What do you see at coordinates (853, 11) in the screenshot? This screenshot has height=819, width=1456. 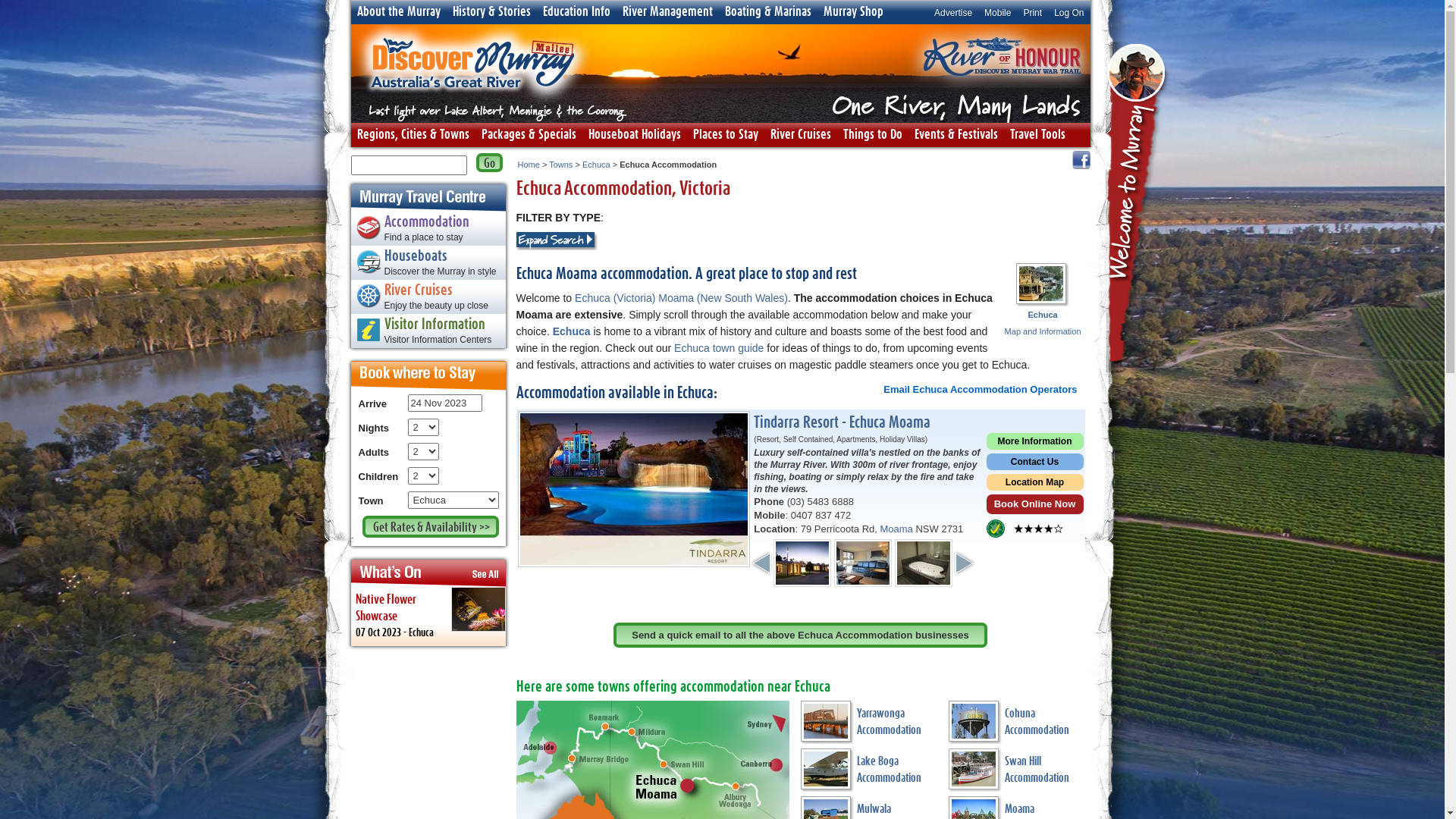 I see `'Murray Shop'` at bounding box center [853, 11].